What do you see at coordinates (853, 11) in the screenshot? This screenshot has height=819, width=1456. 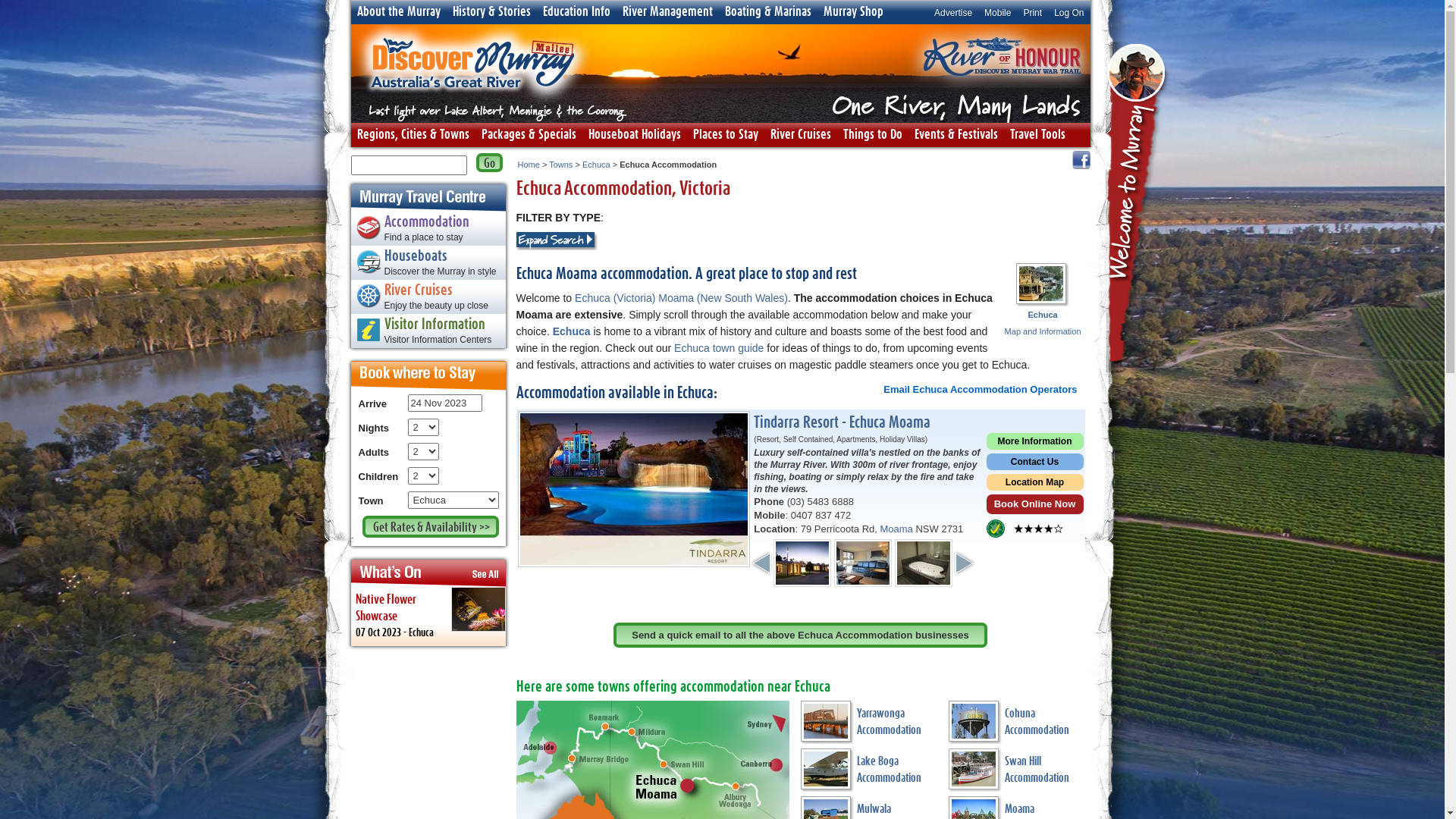 I see `'Murray Shop'` at bounding box center [853, 11].